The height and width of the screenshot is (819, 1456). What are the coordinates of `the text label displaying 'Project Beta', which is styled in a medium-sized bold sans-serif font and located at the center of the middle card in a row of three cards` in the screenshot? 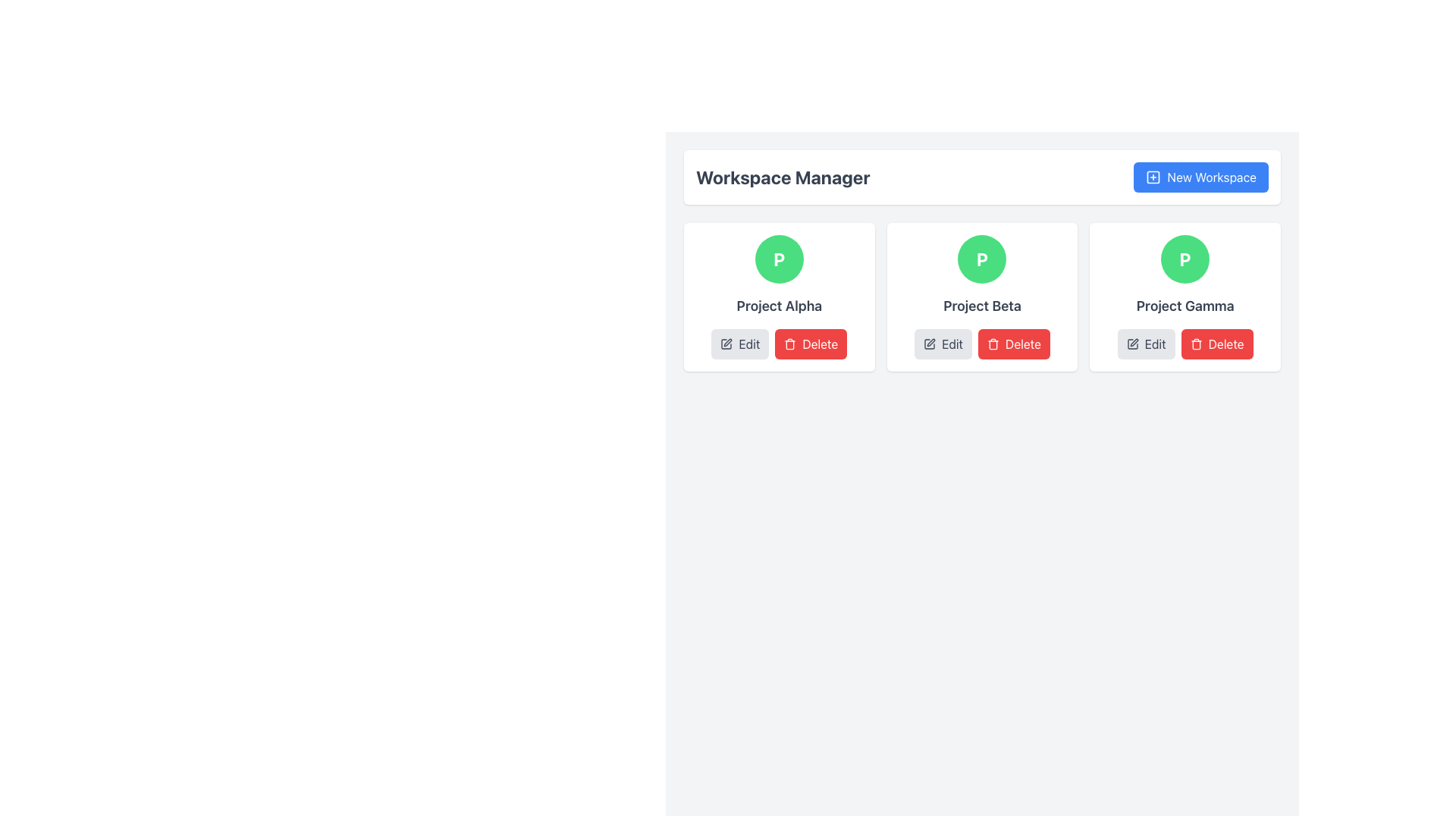 It's located at (982, 306).